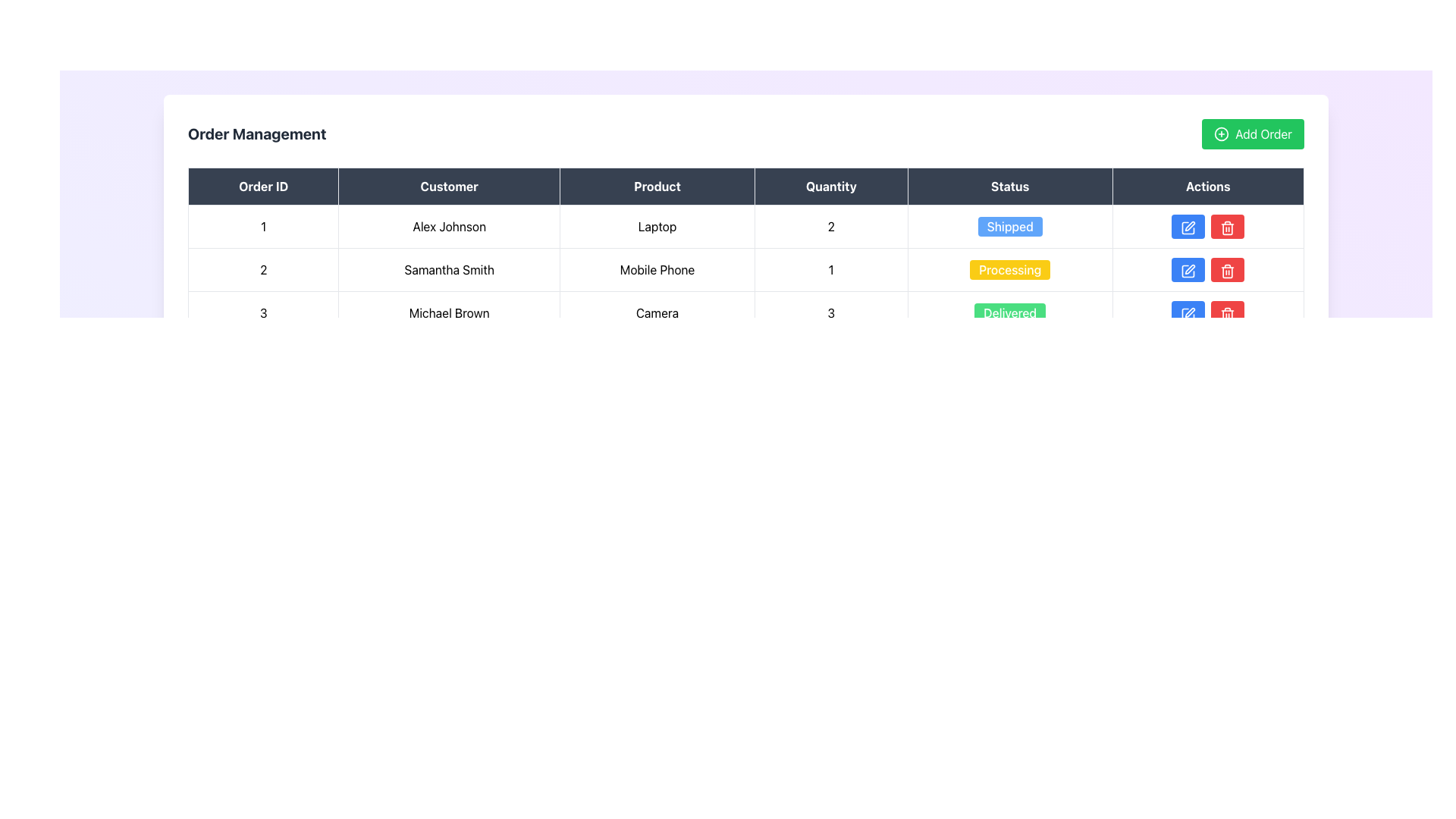 The height and width of the screenshot is (819, 1456). What do you see at coordinates (657, 186) in the screenshot?
I see `the 'Product' column header cell in the table, which is the third column header located between 'Customer' and 'Quantity'` at bounding box center [657, 186].